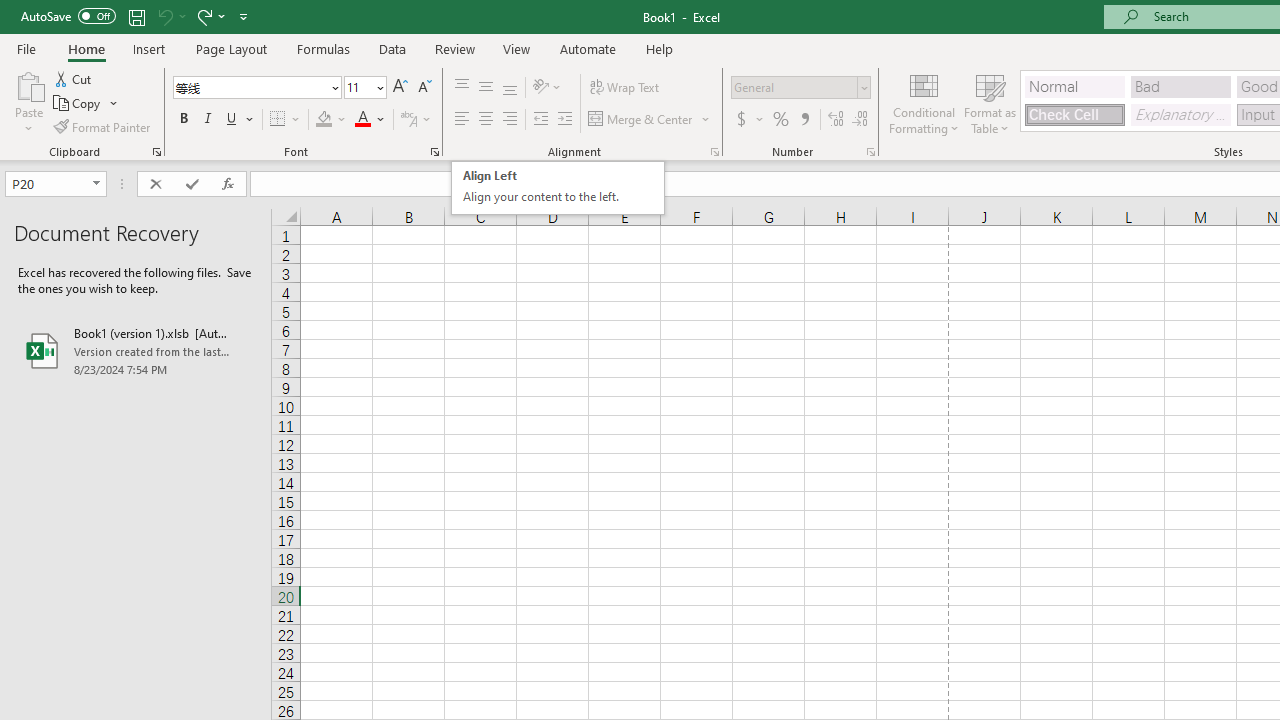 The height and width of the screenshot is (720, 1280). What do you see at coordinates (240, 119) in the screenshot?
I see `'Underline'` at bounding box center [240, 119].